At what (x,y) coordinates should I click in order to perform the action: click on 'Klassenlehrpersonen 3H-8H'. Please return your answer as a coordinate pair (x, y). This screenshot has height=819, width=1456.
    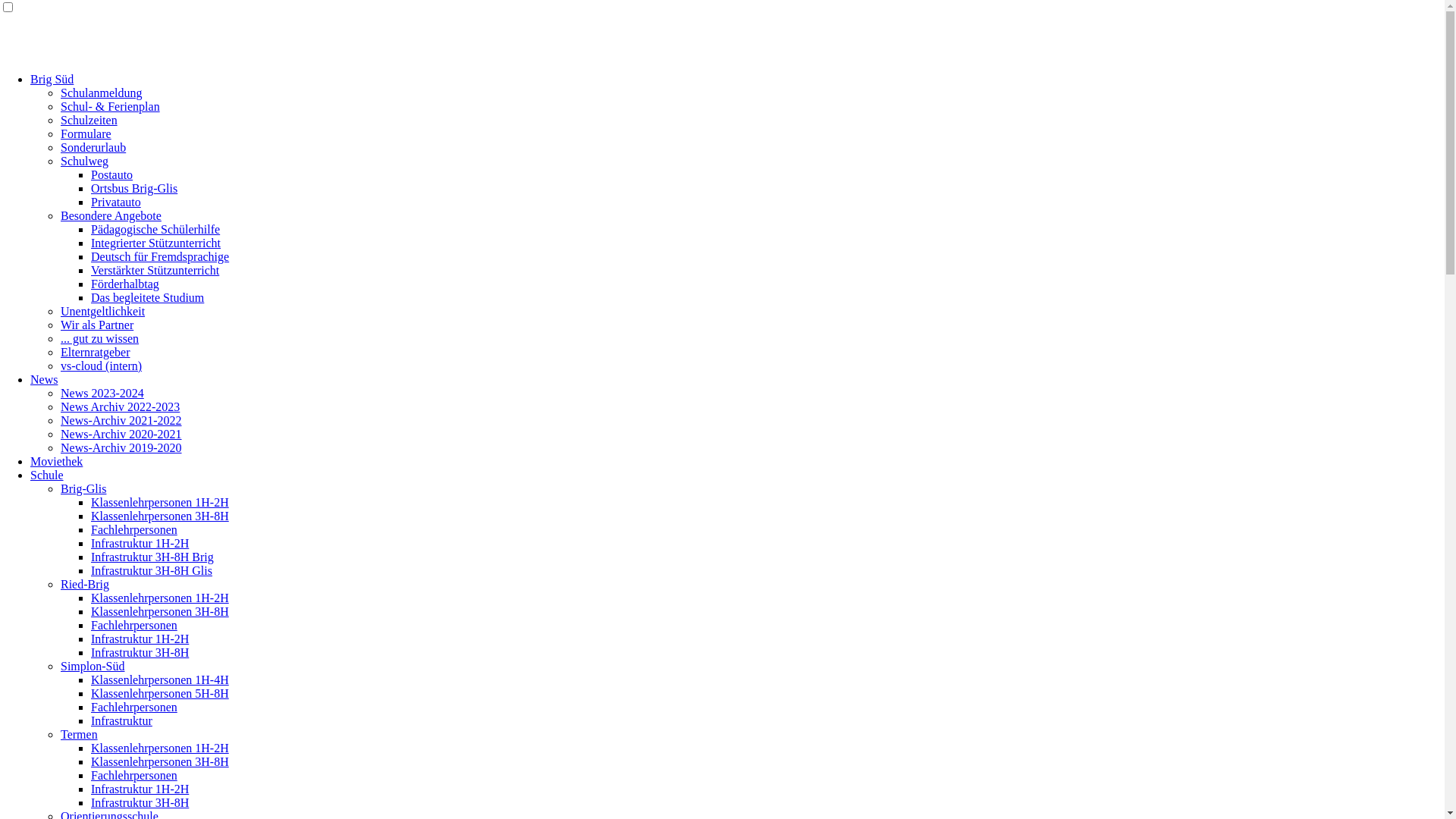
    Looking at the image, I should click on (160, 515).